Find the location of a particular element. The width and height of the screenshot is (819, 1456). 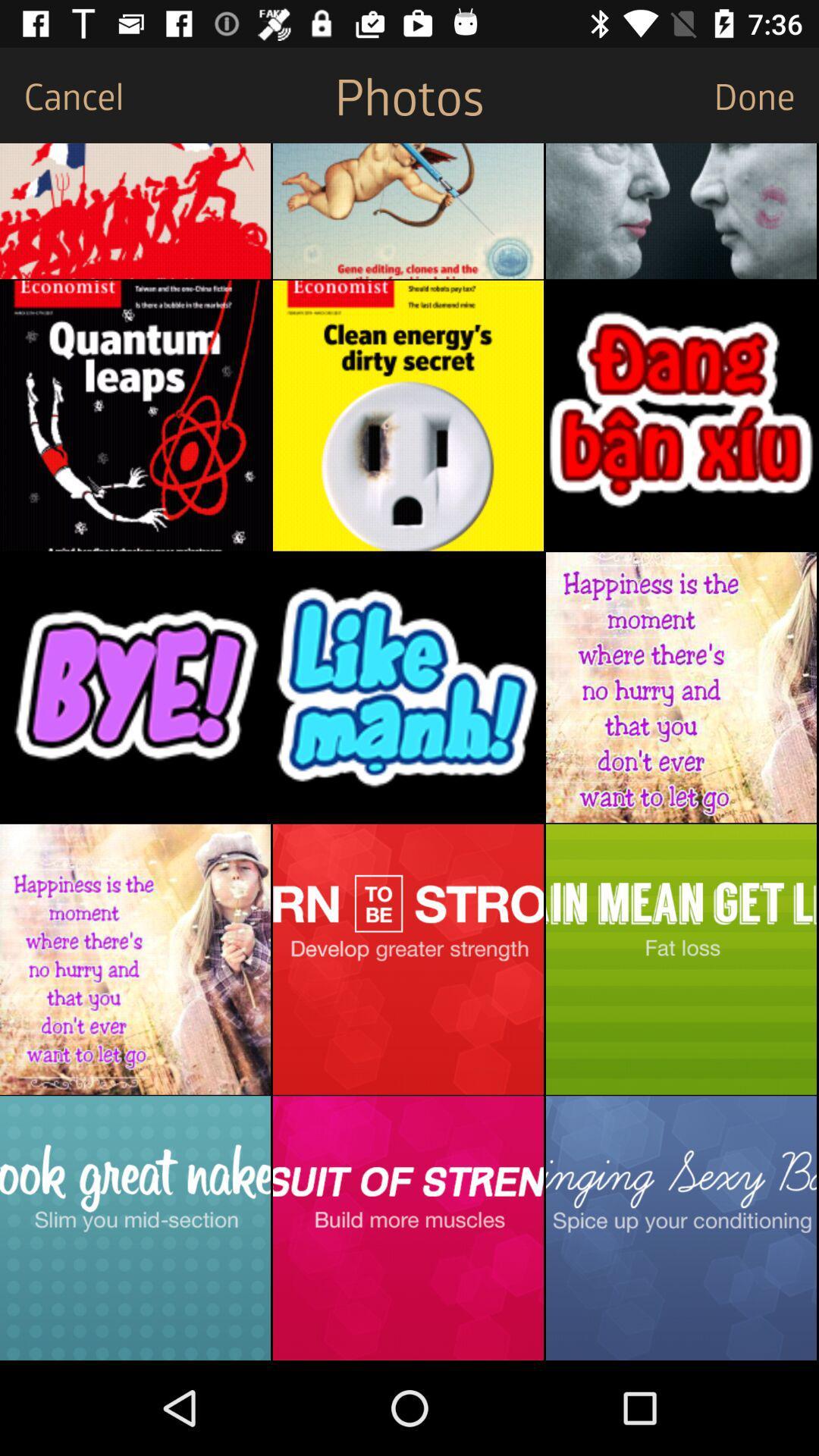

image folder is located at coordinates (680, 959).